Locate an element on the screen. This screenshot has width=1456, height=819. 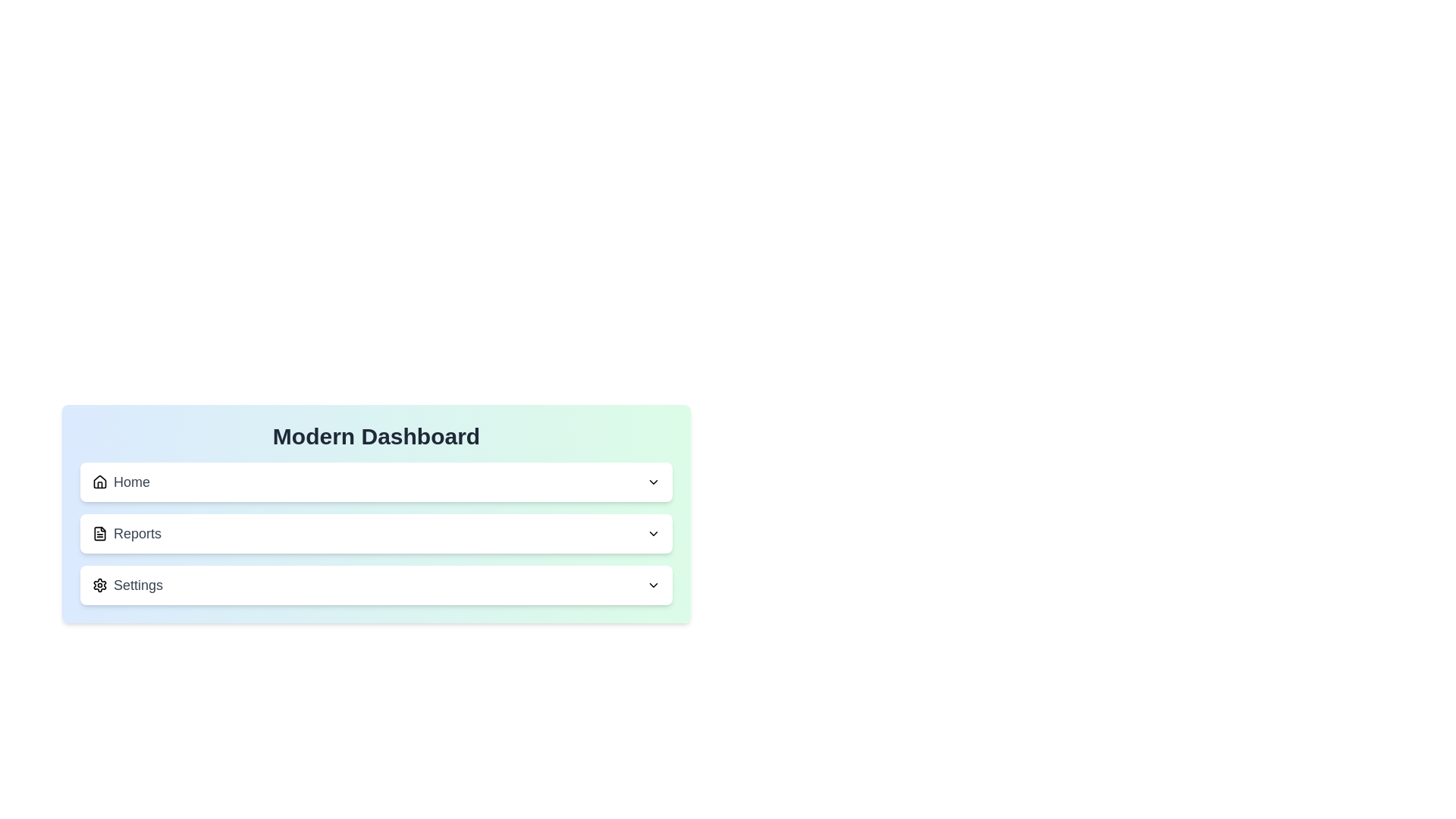
the 'Reports' navigation menu item, which is a rectangular component with a white background and rounded corners, located below 'Home' and above 'Settings' is located at coordinates (376, 533).